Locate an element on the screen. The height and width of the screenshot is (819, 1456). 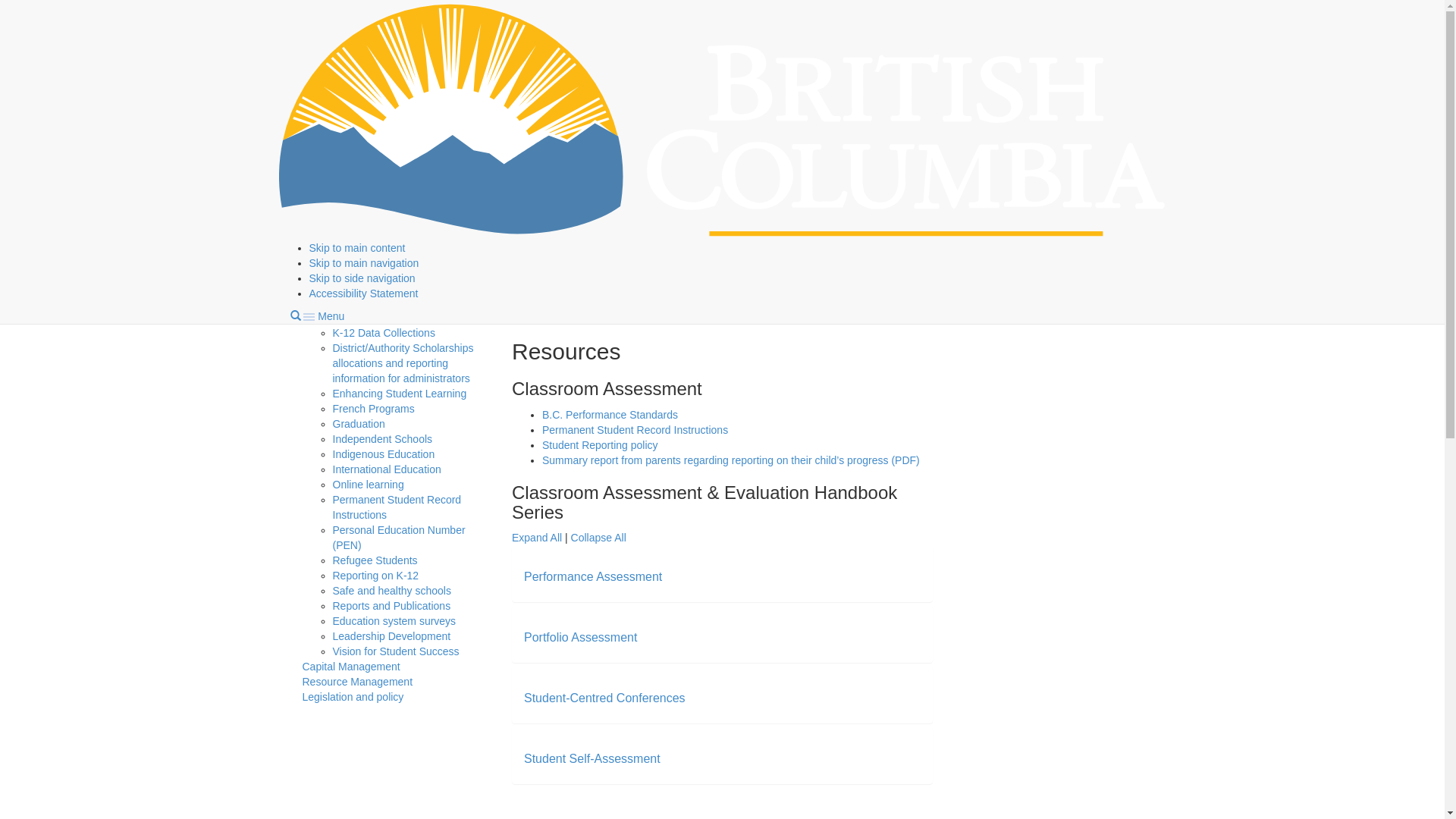
'Student-Centred Conferences' is located at coordinates (604, 698).